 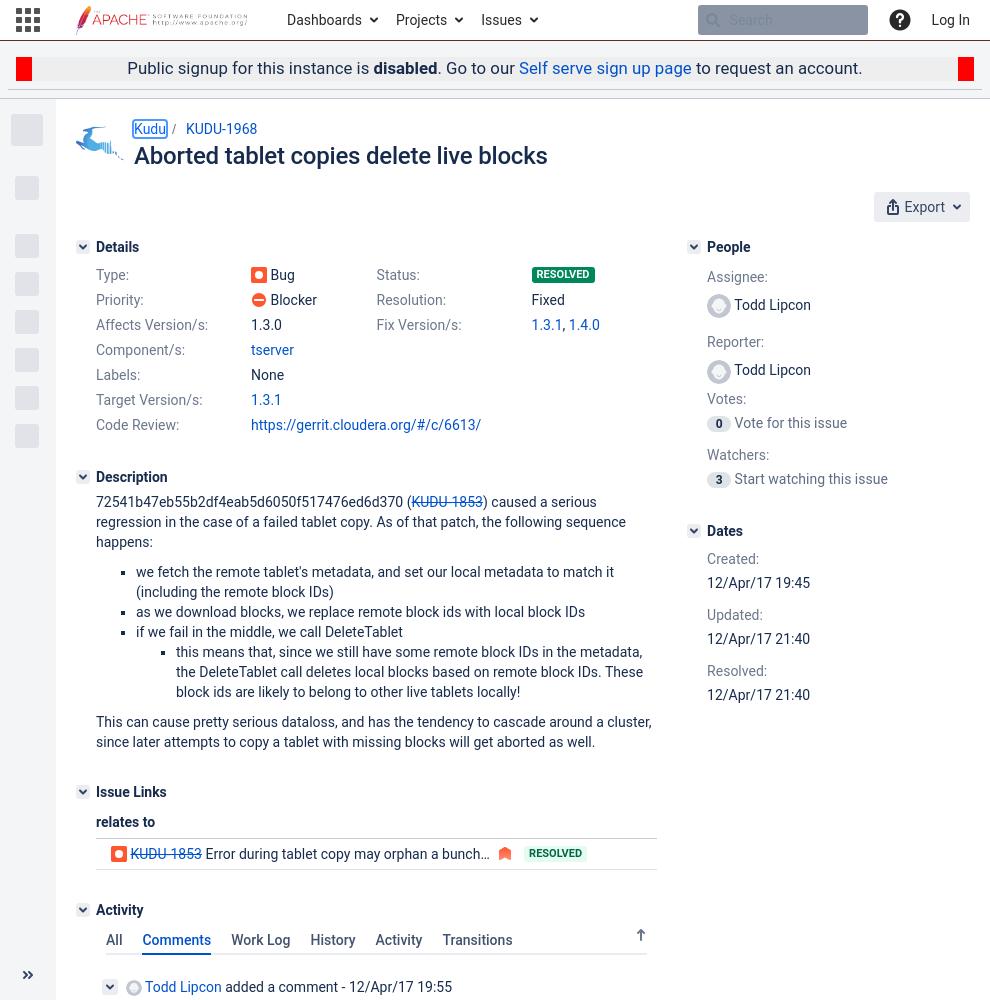 What do you see at coordinates (124, 820) in the screenshot?
I see `'relates to'` at bounding box center [124, 820].